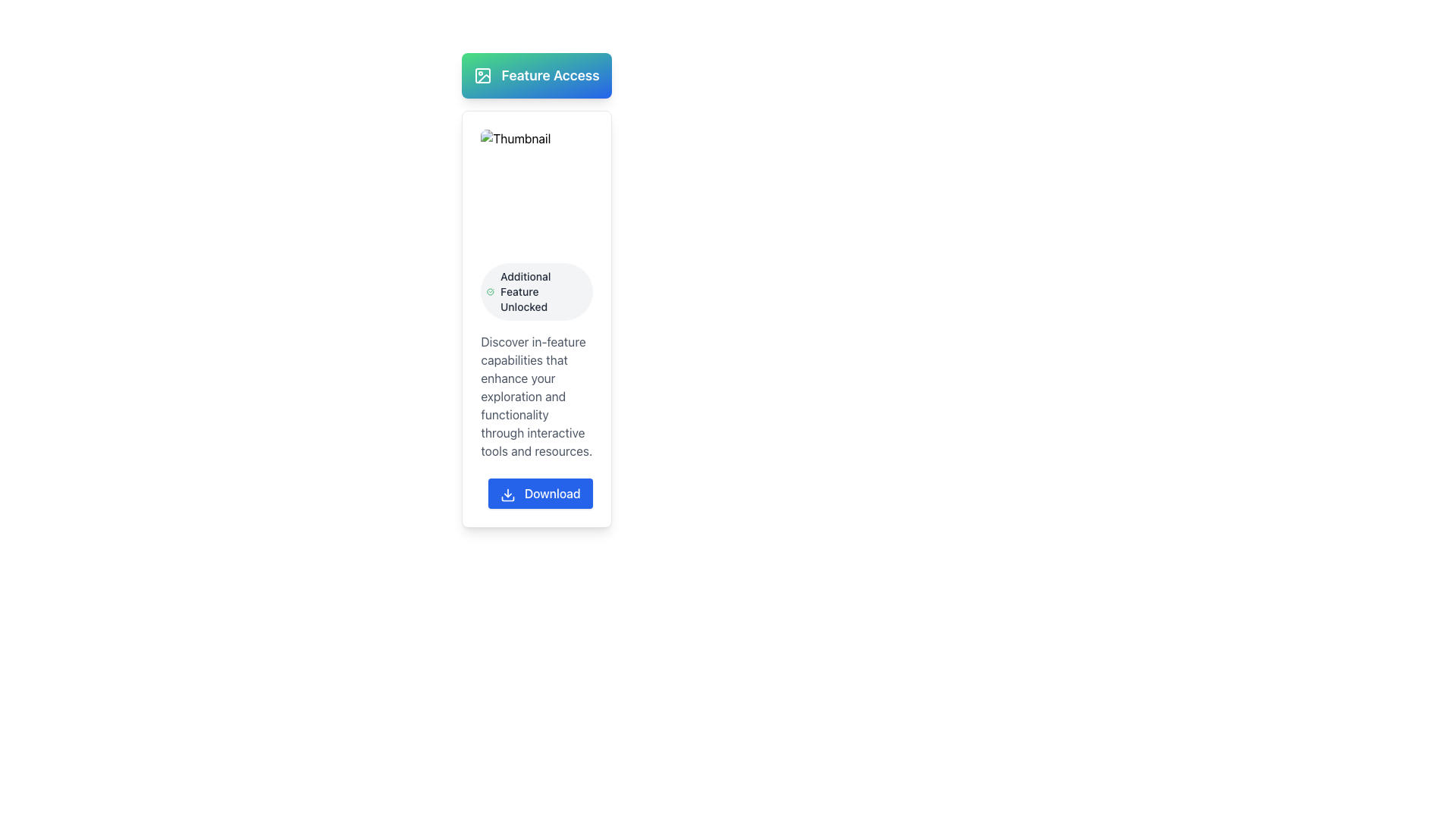 This screenshot has width=1456, height=819. What do you see at coordinates (491, 292) in the screenshot?
I see `the completed or unlocked status icon located to the left of the text 'Additional Feature Unlocked', which is centrally aligned at the top of a card layout` at bounding box center [491, 292].